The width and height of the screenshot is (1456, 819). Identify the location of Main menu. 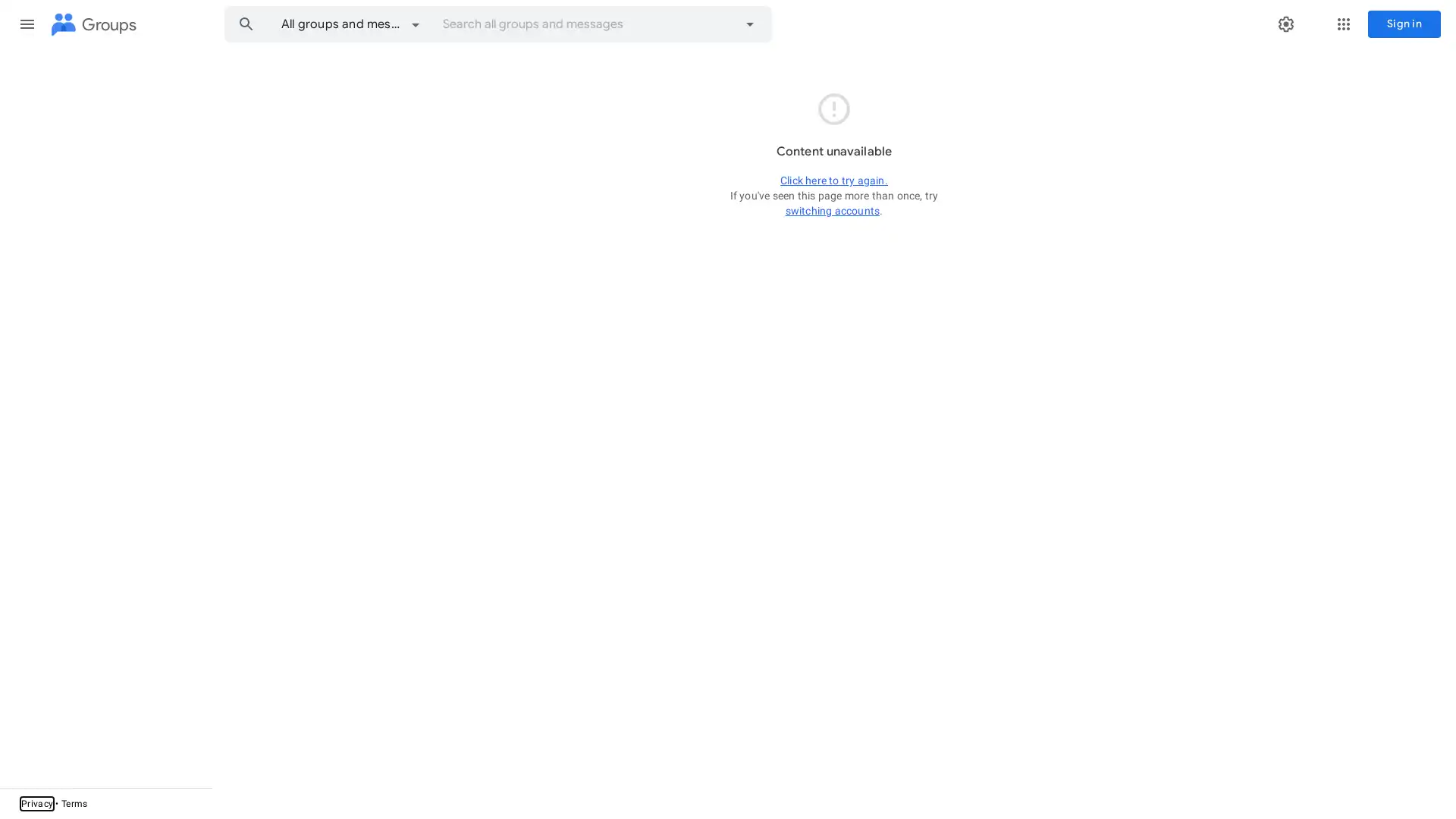
(27, 24).